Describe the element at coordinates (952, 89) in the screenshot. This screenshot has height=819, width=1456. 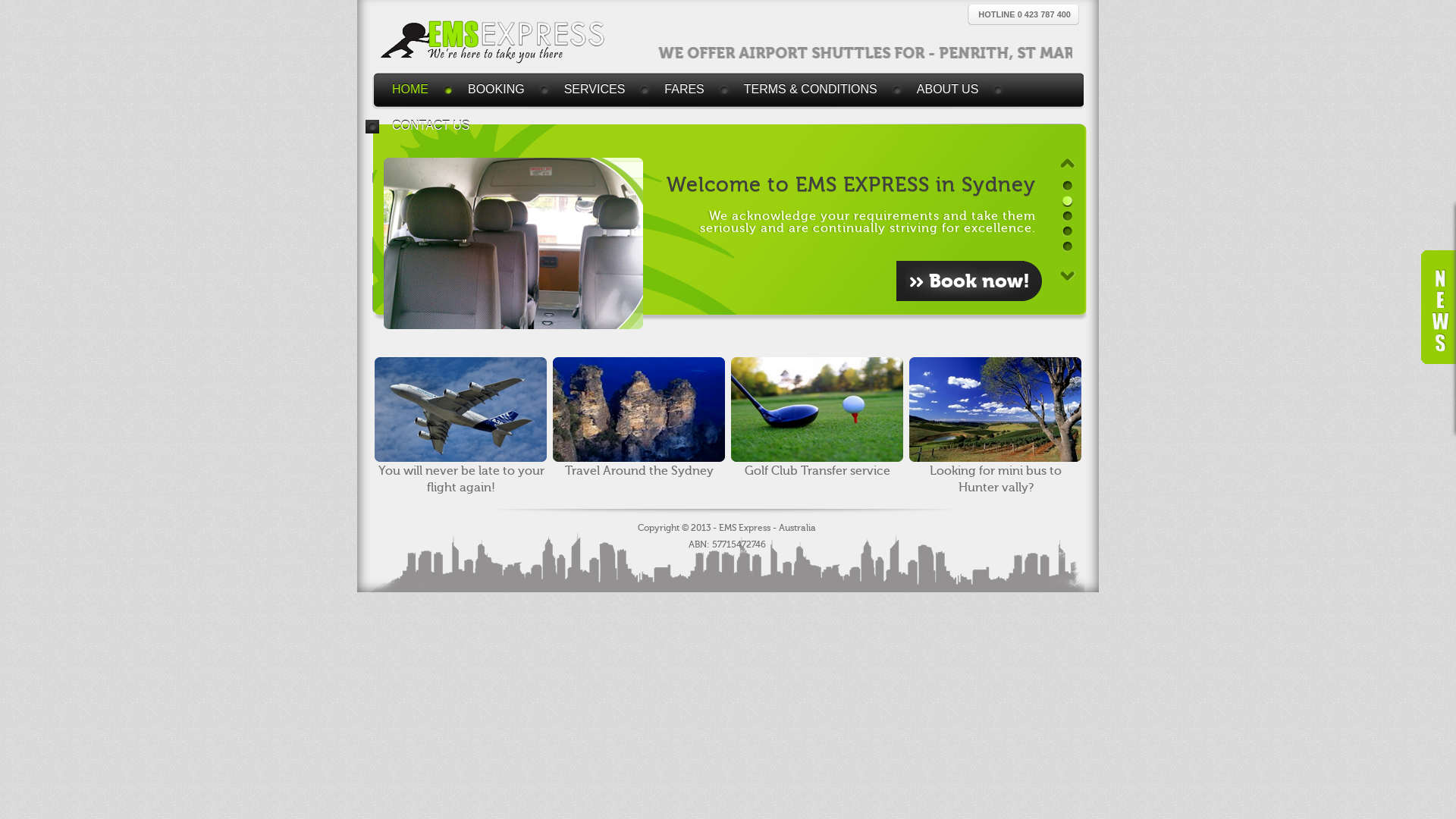
I see `'ABOUT US'` at that location.